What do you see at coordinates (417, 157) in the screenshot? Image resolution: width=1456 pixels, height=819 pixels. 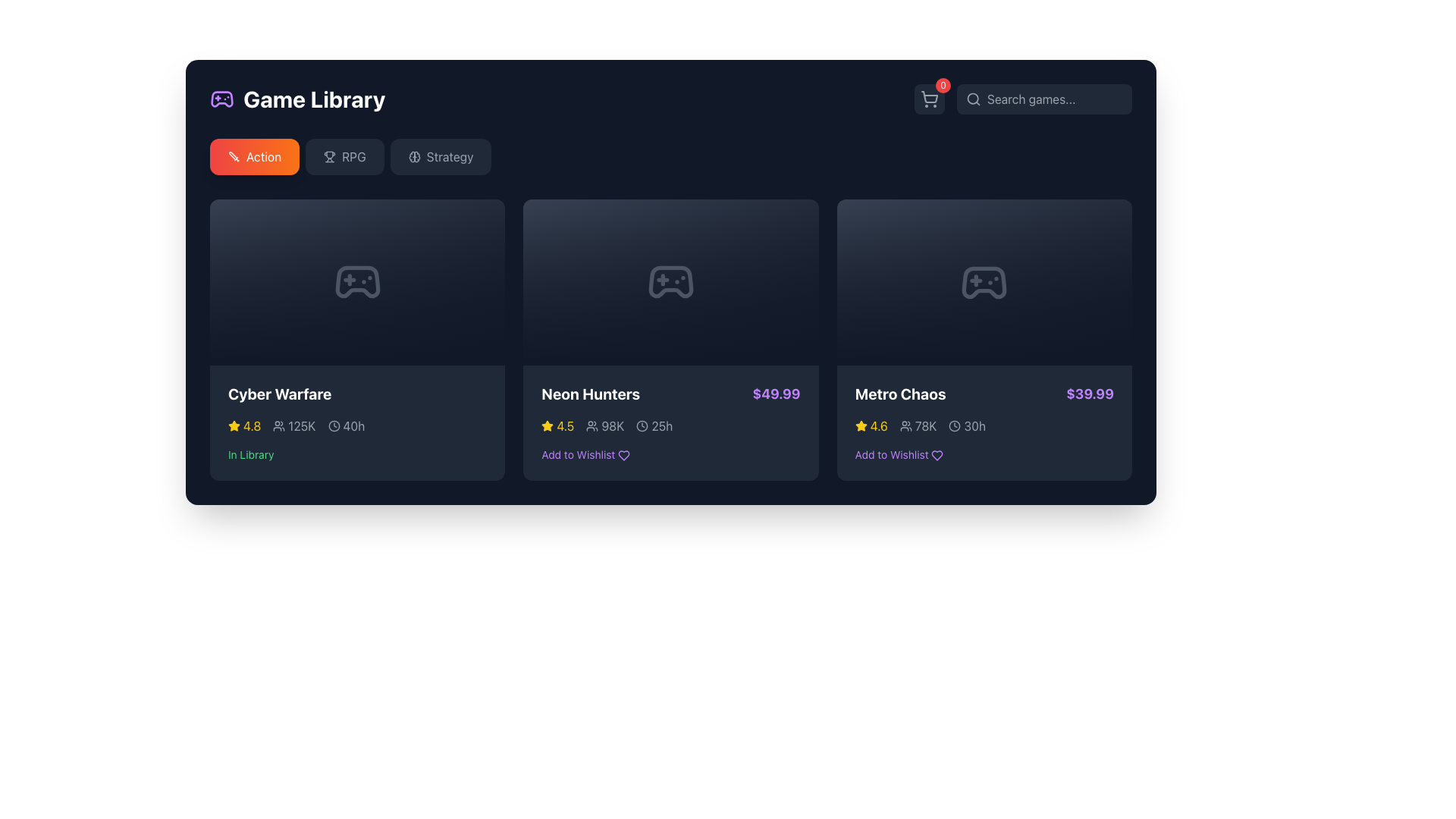 I see `the rounded graphic icon resembling a brain-like structure located at the top-left area of the interface, adjacent to the title 'Game Library.'` at bounding box center [417, 157].